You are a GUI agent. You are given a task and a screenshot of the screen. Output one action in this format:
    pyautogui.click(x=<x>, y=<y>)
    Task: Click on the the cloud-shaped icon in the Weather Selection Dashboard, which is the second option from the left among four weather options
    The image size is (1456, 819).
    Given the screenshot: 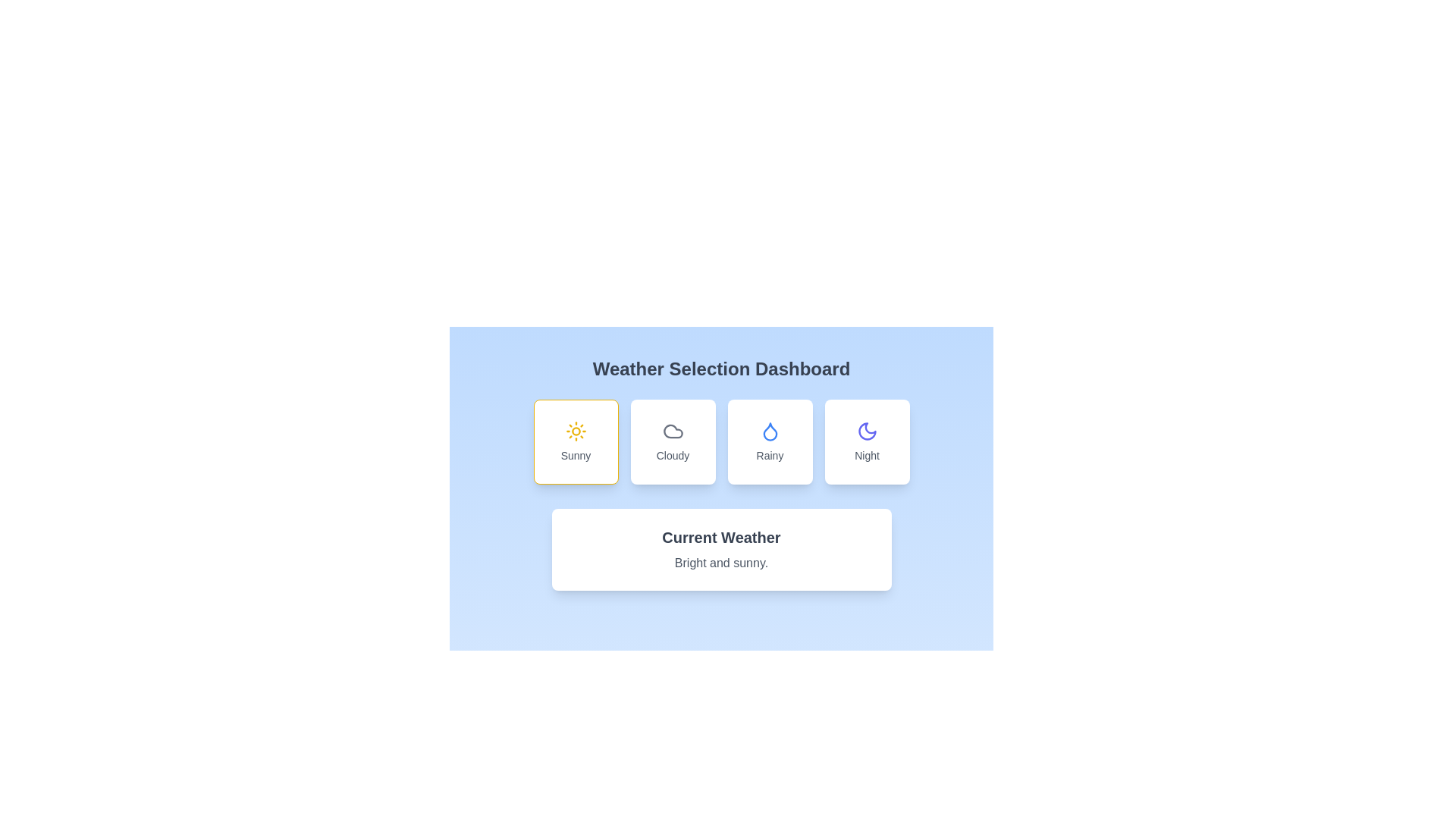 What is the action you would take?
    pyautogui.click(x=672, y=431)
    